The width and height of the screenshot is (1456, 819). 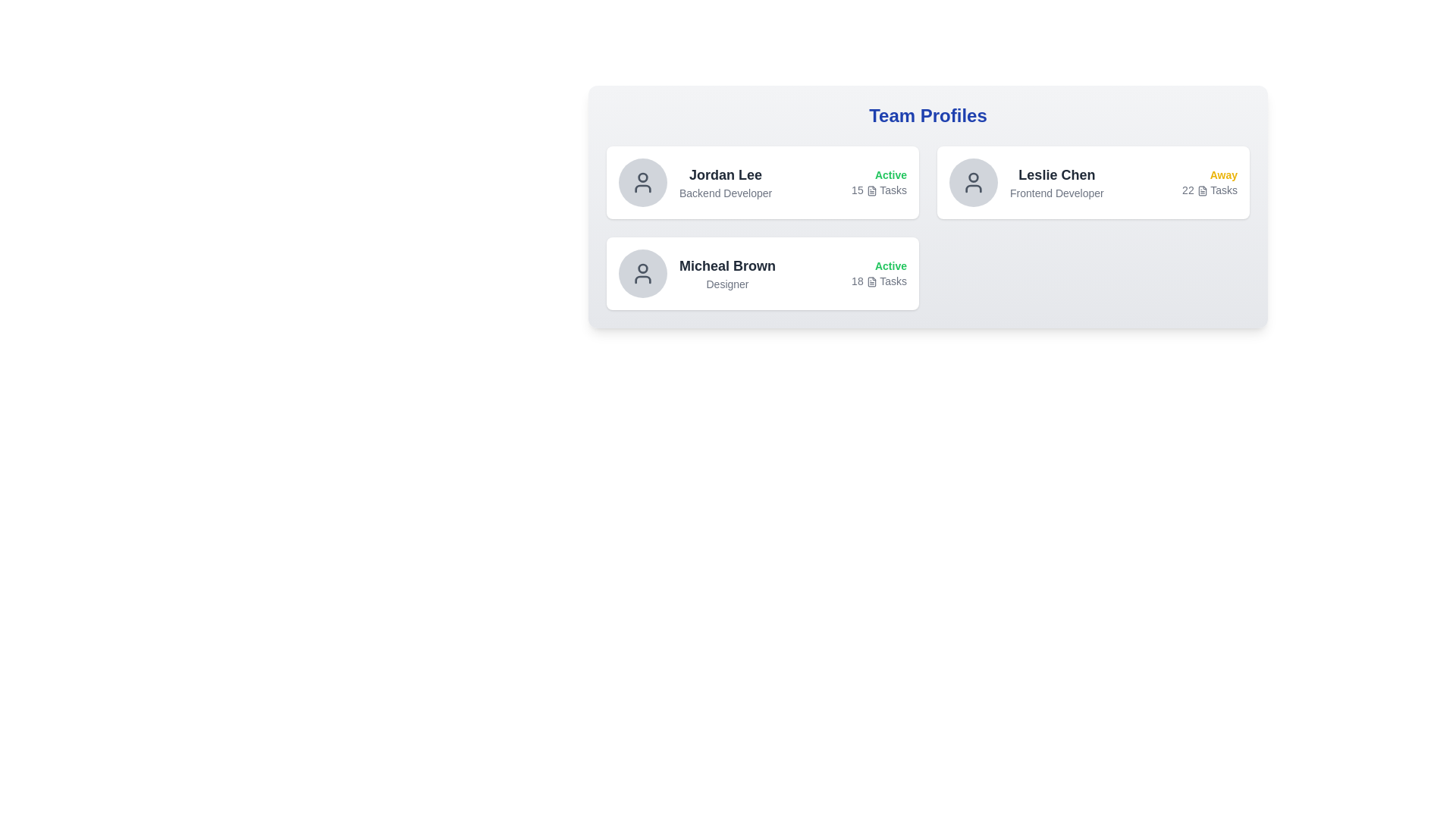 I want to click on text content of the title descriptor located below the name 'Micheal Brown' in the profile card, so click(x=726, y=284).